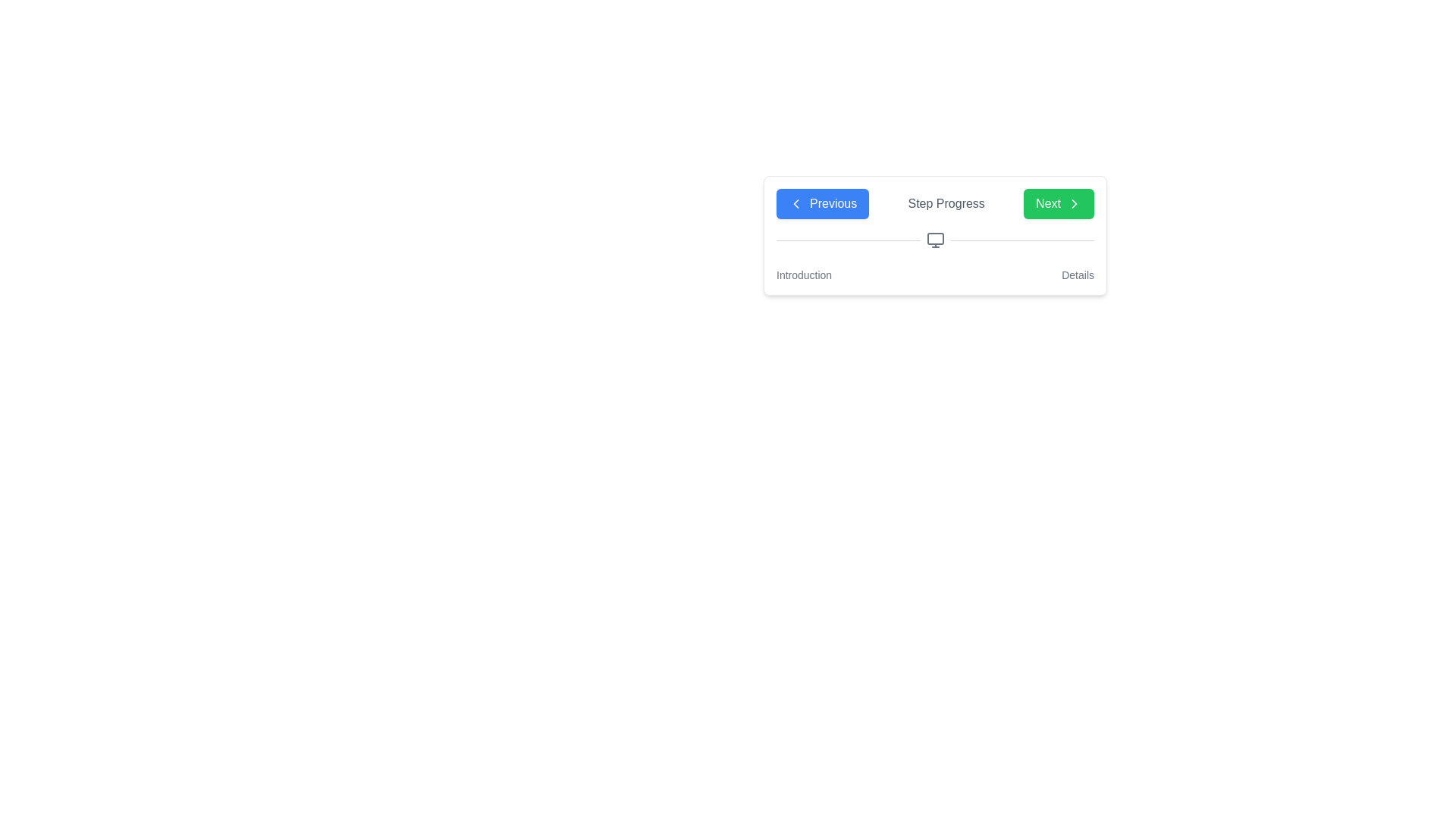 The height and width of the screenshot is (819, 1456). What do you see at coordinates (1073, 203) in the screenshot?
I see `the navigation icon located inside the green 'Next' button at the top right of the progress navigation bar` at bounding box center [1073, 203].